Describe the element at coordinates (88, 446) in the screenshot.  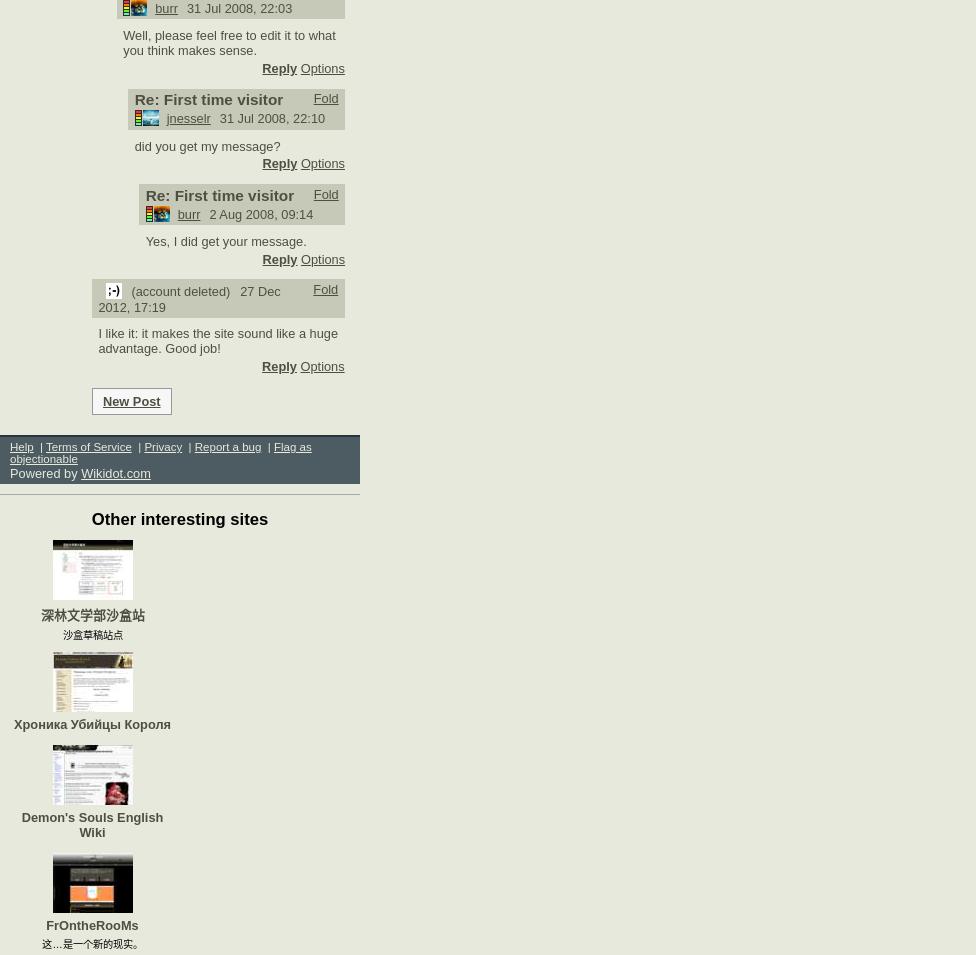
I see `'Terms of Service'` at that location.